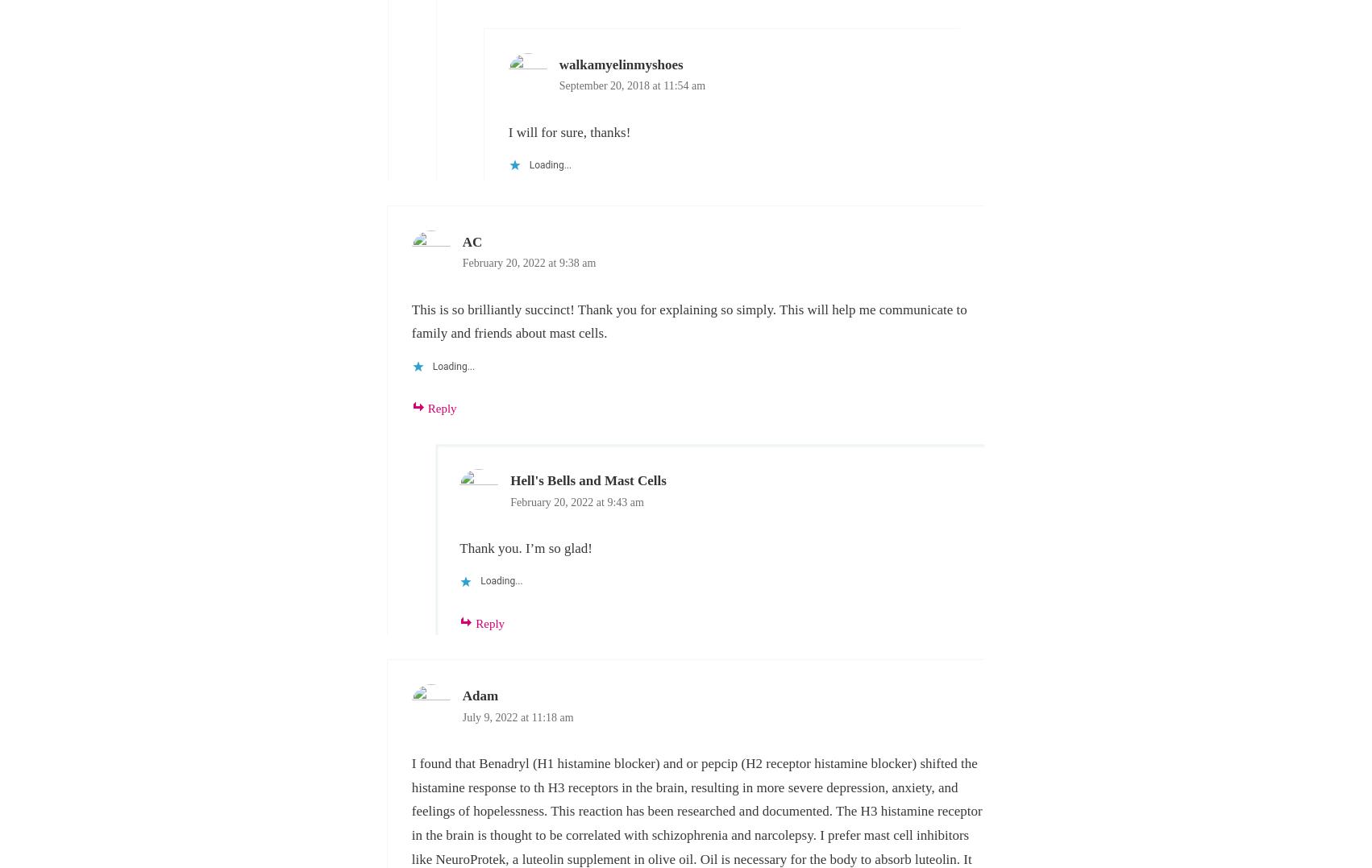 Image resolution: width=1372 pixels, height=868 pixels. I want to click on 'Thank you. I’m so glad!', so click(526, 547).